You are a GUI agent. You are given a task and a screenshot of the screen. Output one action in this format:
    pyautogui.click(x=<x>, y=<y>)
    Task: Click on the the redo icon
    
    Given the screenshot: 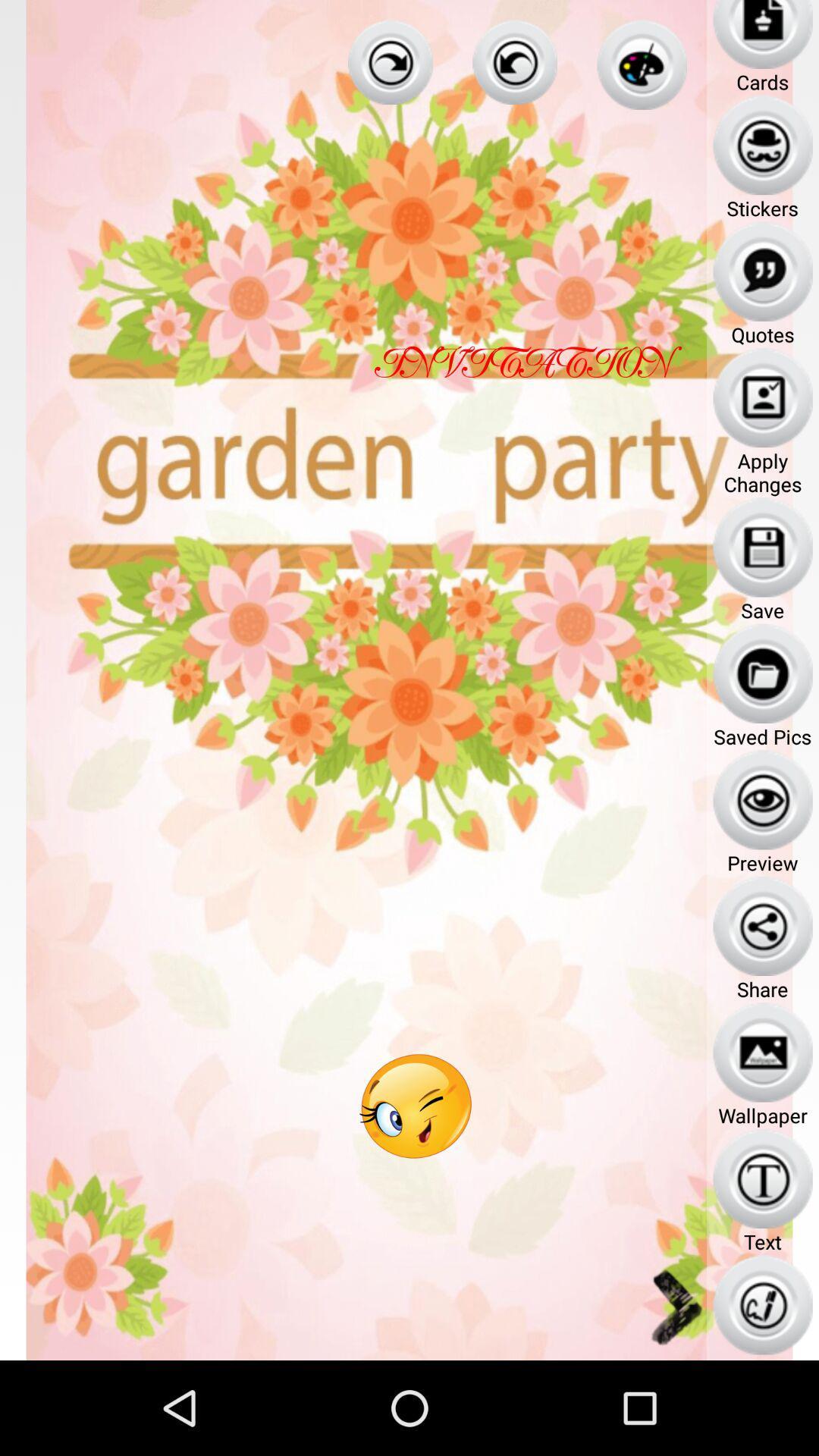 What is the action you would take?
    pyautogui.click(x=389, y=65)
    